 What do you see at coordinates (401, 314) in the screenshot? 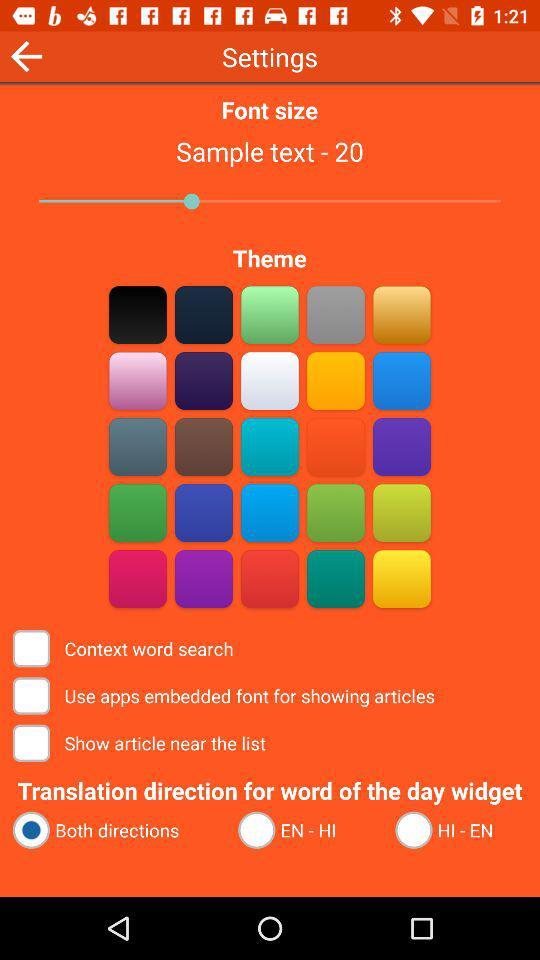
I see `light brown option` at bounding box center [401, 314].